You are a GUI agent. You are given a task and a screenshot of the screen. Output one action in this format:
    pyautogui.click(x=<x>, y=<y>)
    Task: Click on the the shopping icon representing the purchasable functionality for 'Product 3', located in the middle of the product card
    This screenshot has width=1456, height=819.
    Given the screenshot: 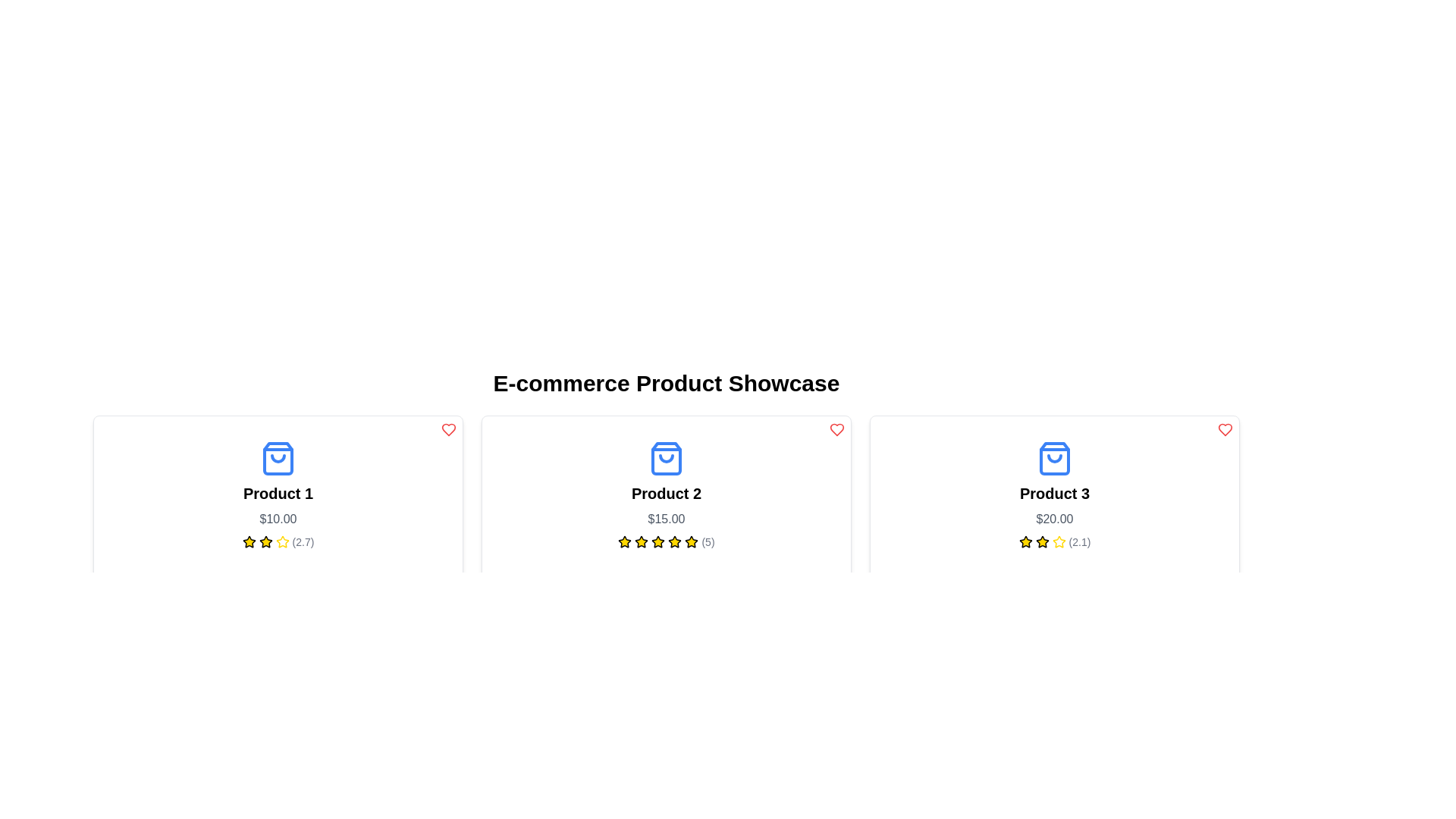 What is the action you would take?
    pyautogui.click(x=1054, y=458)
    